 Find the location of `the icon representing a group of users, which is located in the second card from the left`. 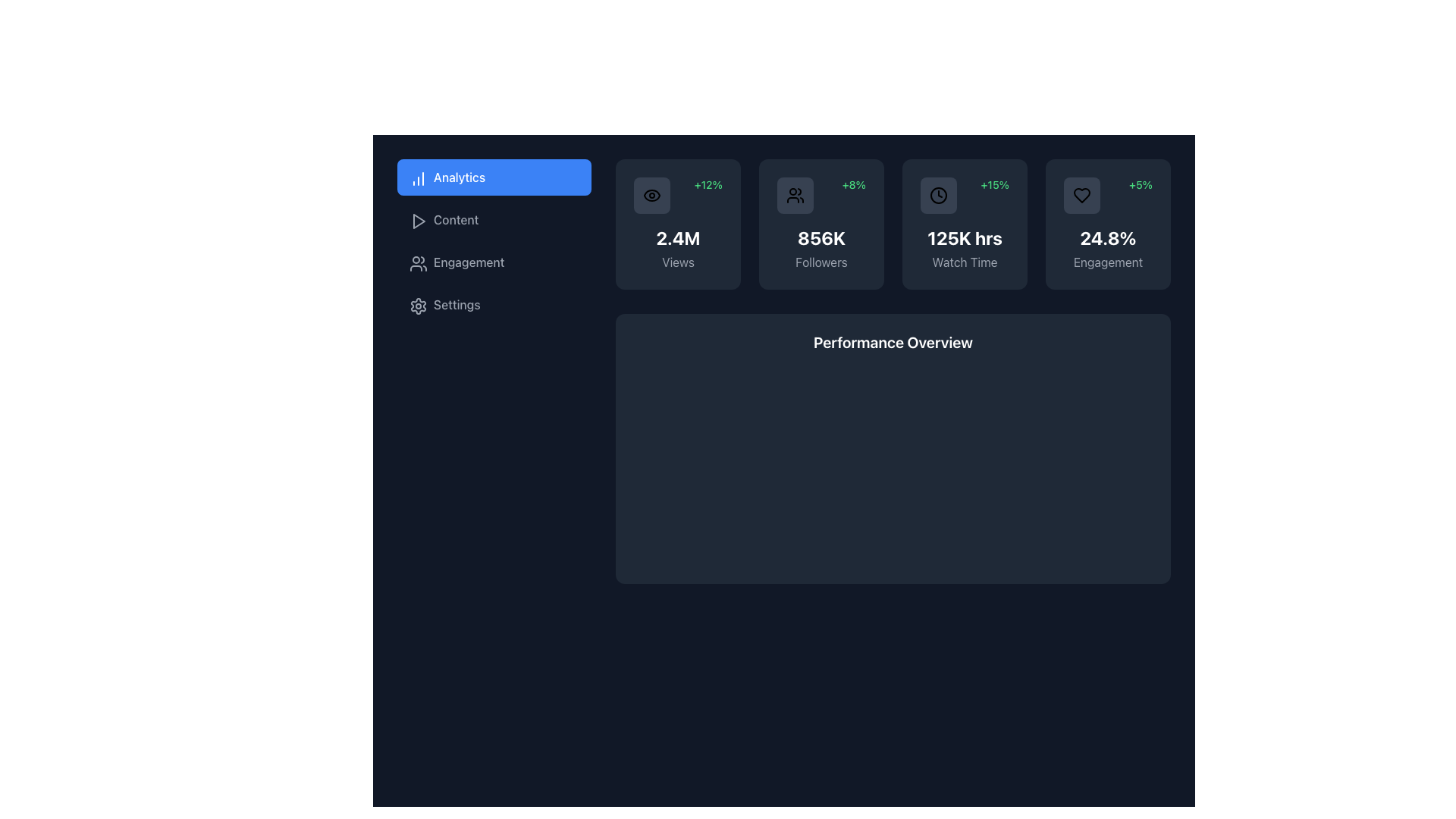

the icon representing a group of users, which is located in the second card from the left is located at coordinates (795, 195).